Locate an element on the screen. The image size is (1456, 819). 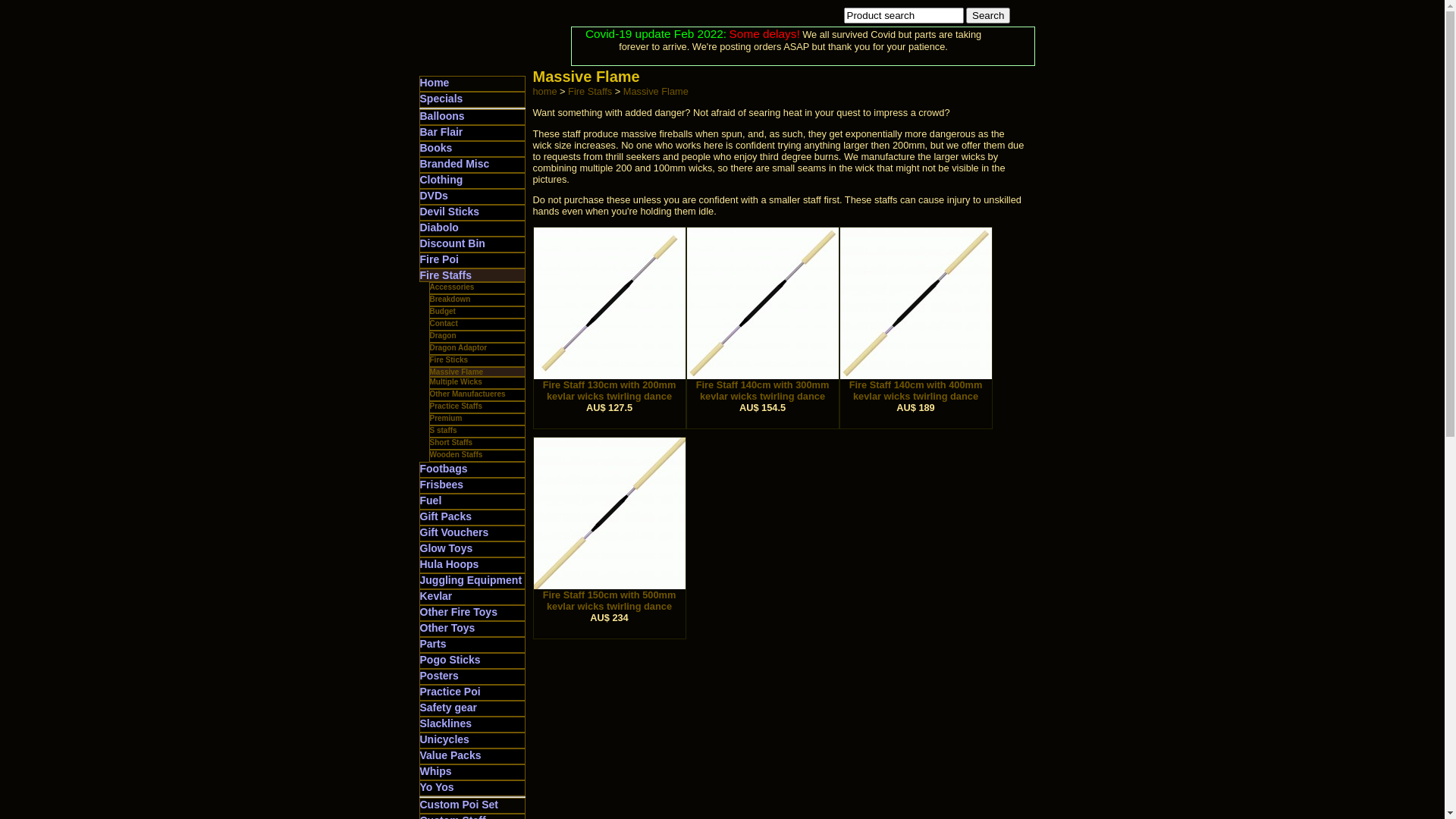
'Practice Poi' is located at coordinates (450, 691).